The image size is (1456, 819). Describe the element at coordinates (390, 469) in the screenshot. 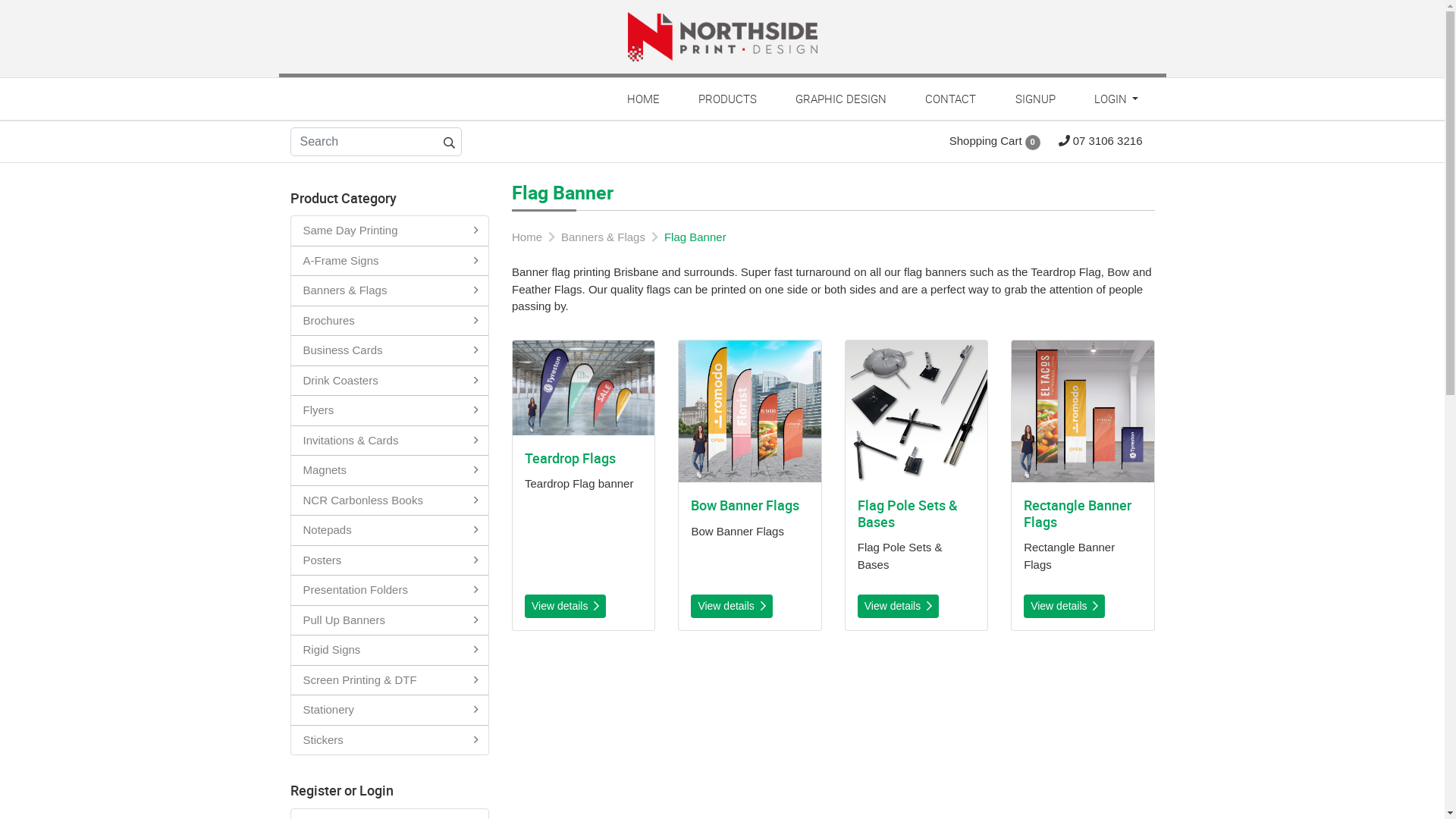

I see `'Magnets'` at that location.